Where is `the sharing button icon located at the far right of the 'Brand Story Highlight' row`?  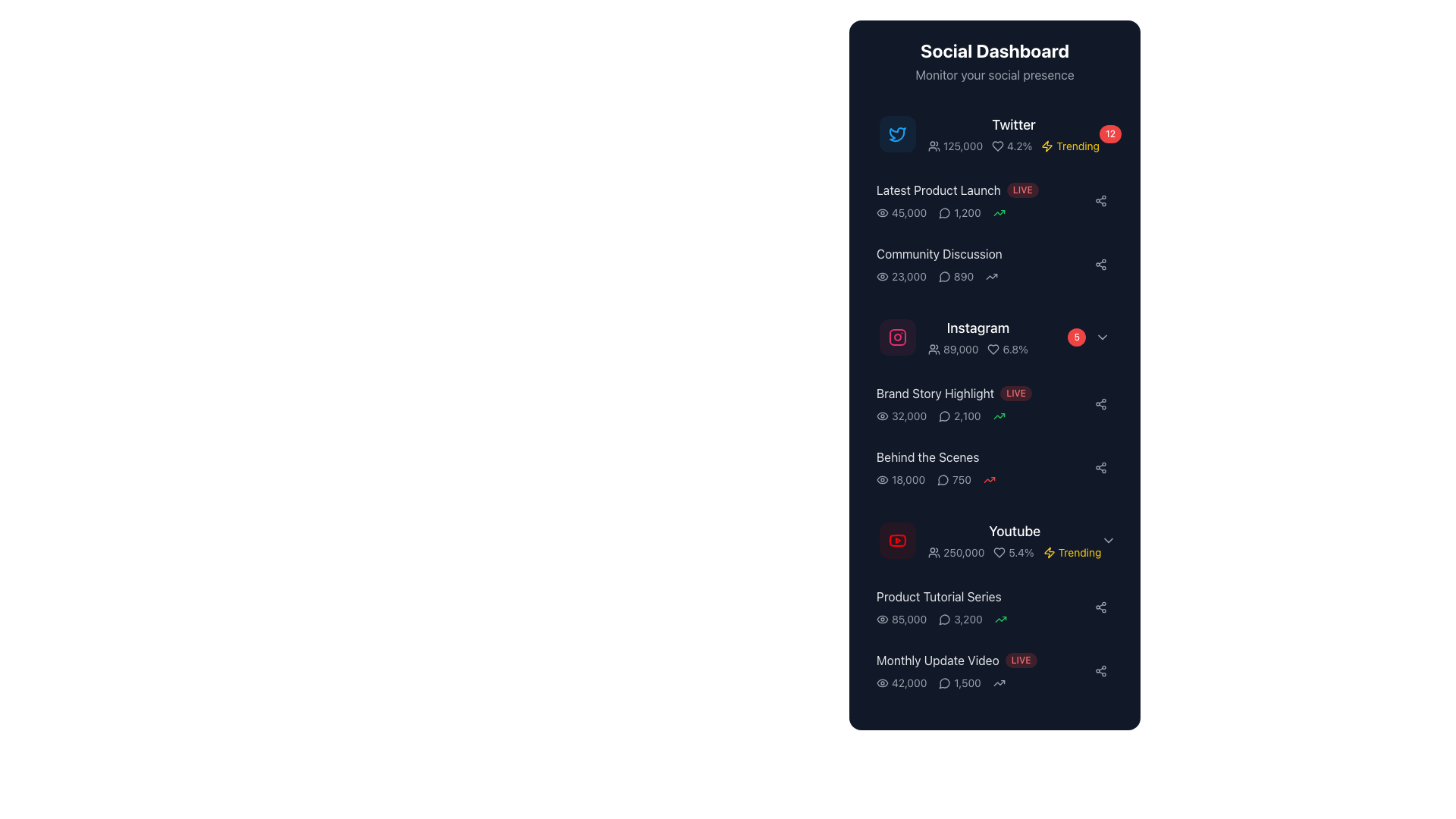
the sharing button icon located at the far right of the 'Brand Story Highlight' row is located at coordinates (1100, 403).